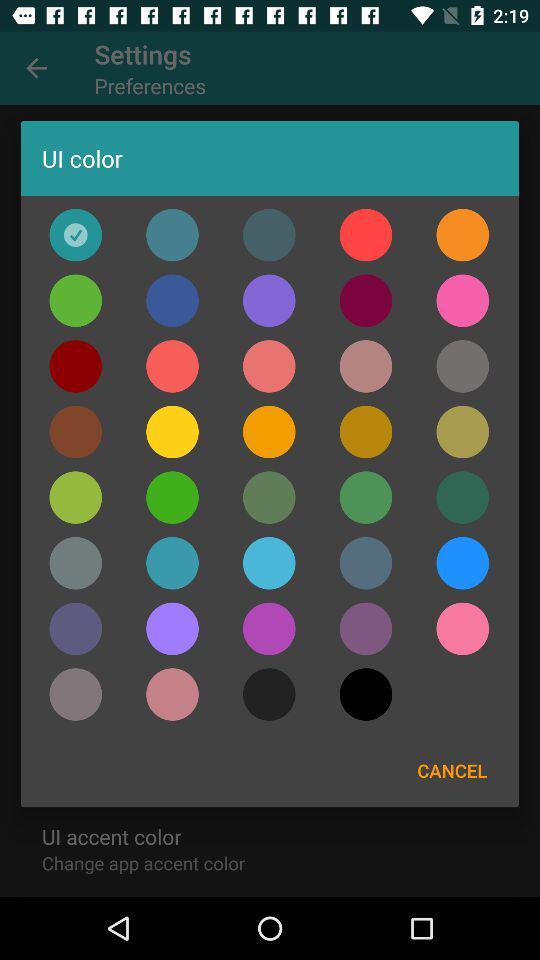 This screenshot has height=960, width=540. What do you see at coordinates (462, 563) in the screenshot?
I see `color` at bounding box center [462, 563].